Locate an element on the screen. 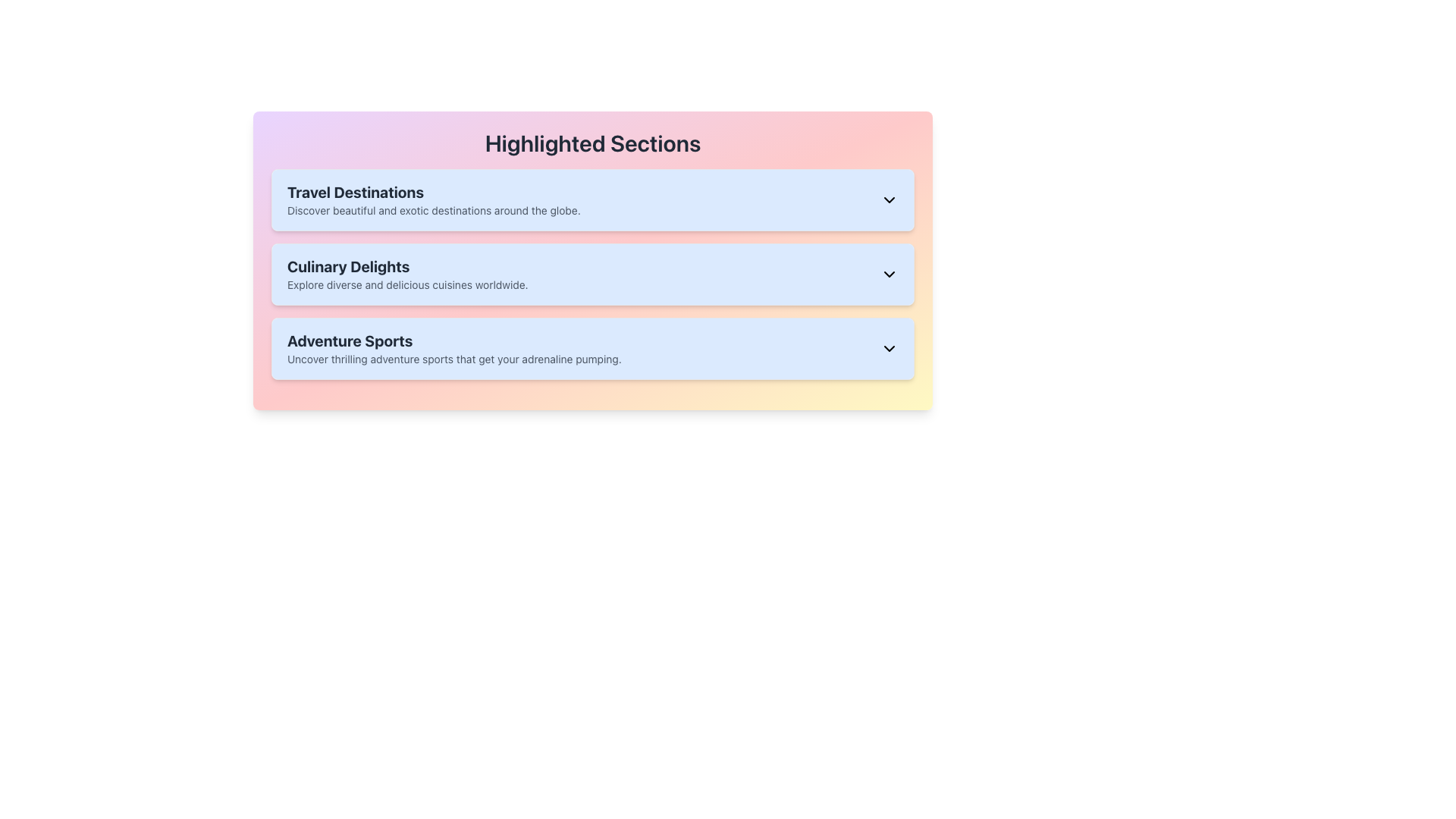 This screenshot has height=819, width=1456. the downward-facing chevron icon located at the right side of the 'Travel Destinations' blue rectangular area is located at coordinates (889, 199).